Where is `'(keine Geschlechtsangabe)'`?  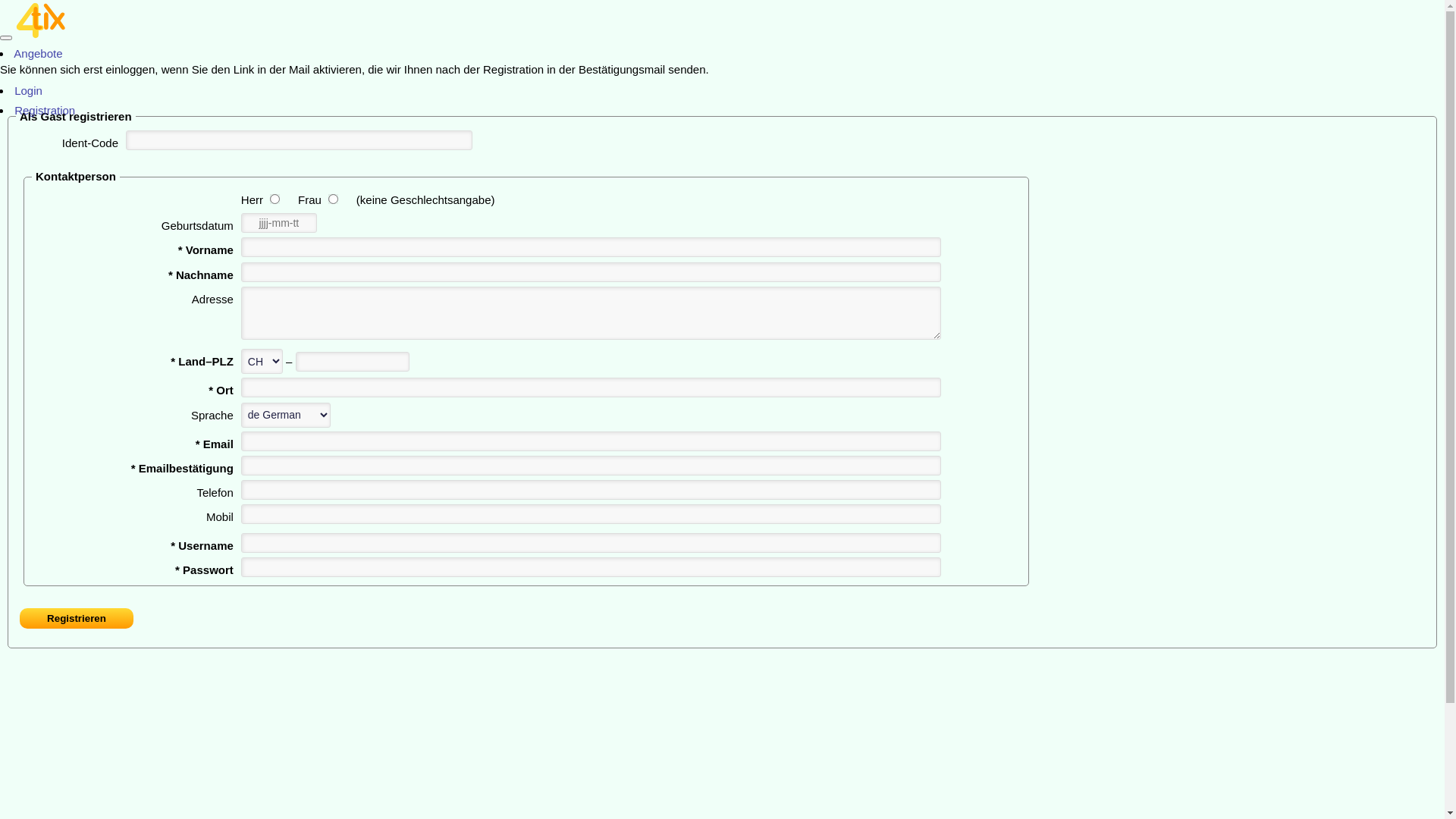 '(keine Geschlechtsangabe)' is located at coordinates (425, 199).